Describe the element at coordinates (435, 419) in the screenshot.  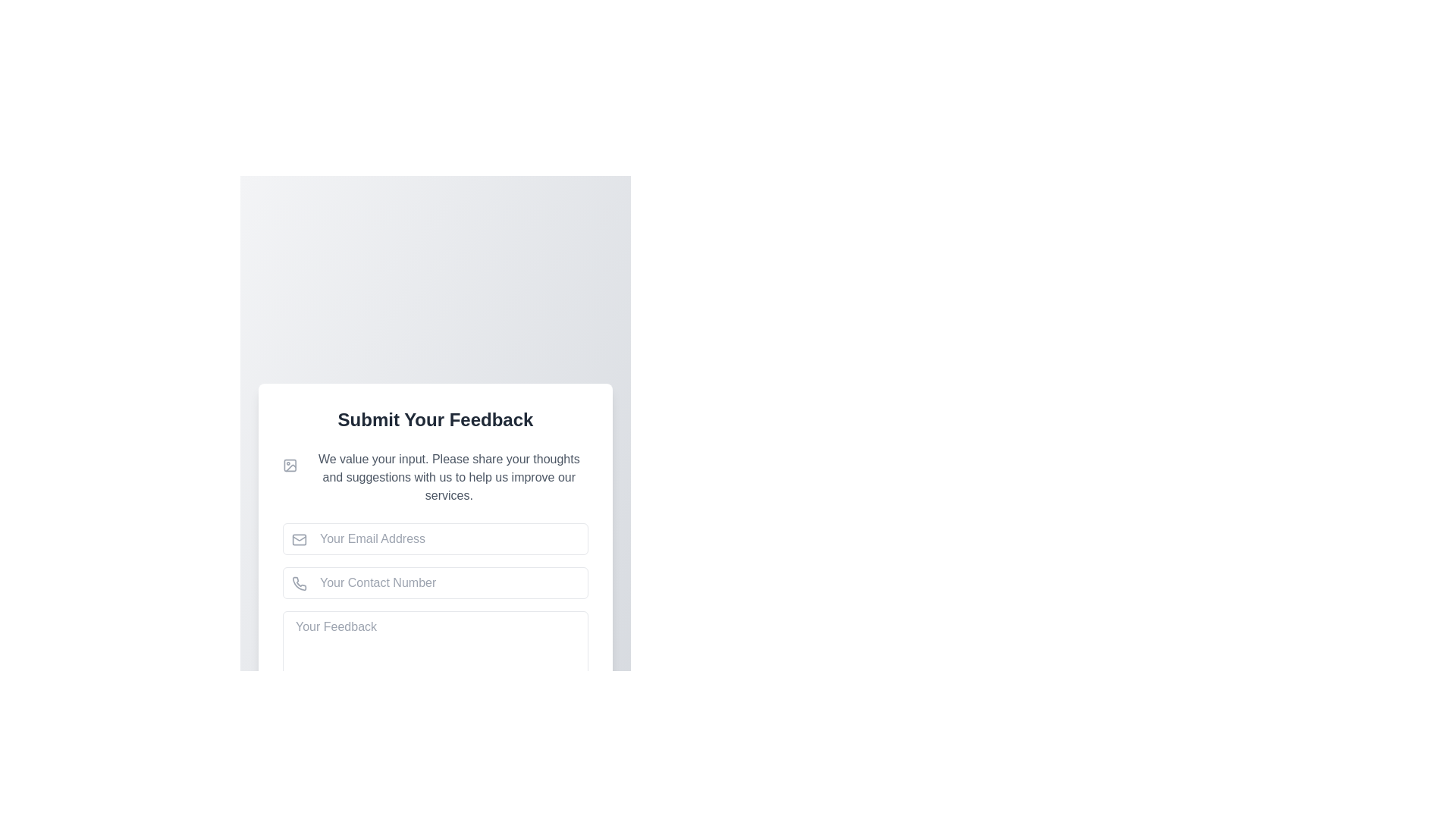
I see `the Text header element that serves as the title for the feedback form, positioned at the top of a white rounded-corner card` at that location.